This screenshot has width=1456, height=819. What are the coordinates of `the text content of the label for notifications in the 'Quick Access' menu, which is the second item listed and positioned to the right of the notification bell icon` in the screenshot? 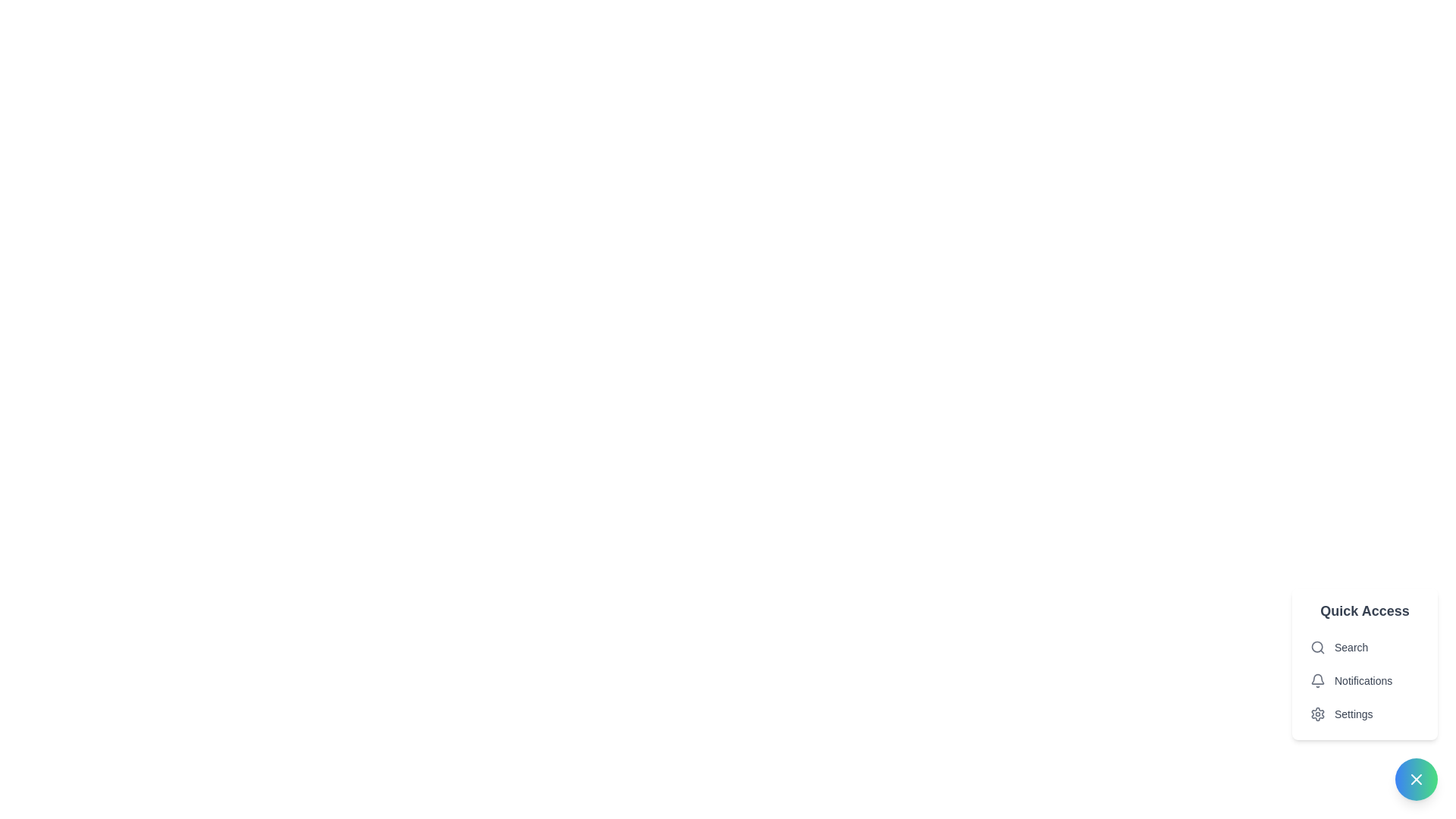 It's located at (1363, 680).